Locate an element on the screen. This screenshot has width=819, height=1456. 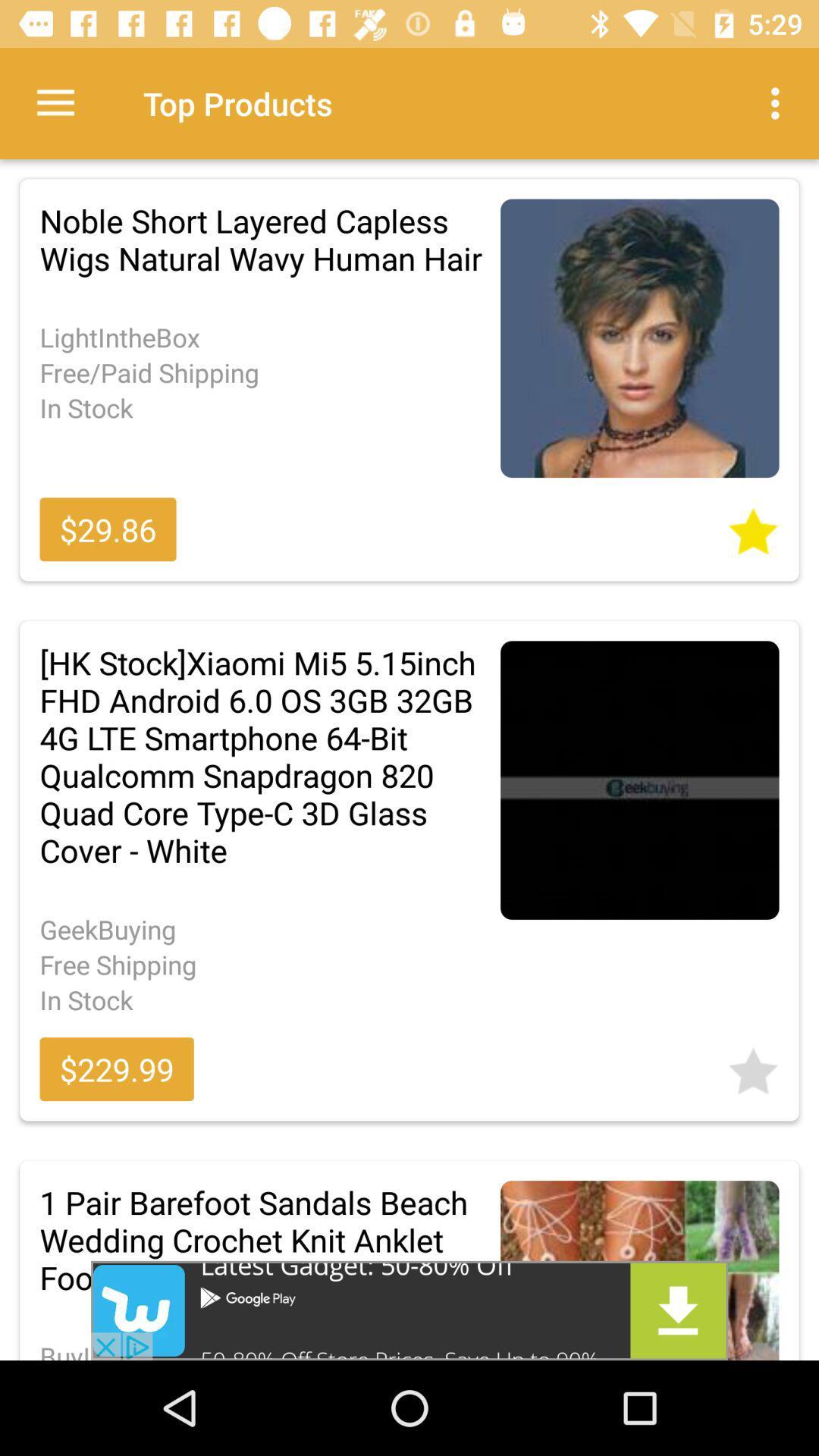
highlight the favorable image is located at coordinates (753, 1065).